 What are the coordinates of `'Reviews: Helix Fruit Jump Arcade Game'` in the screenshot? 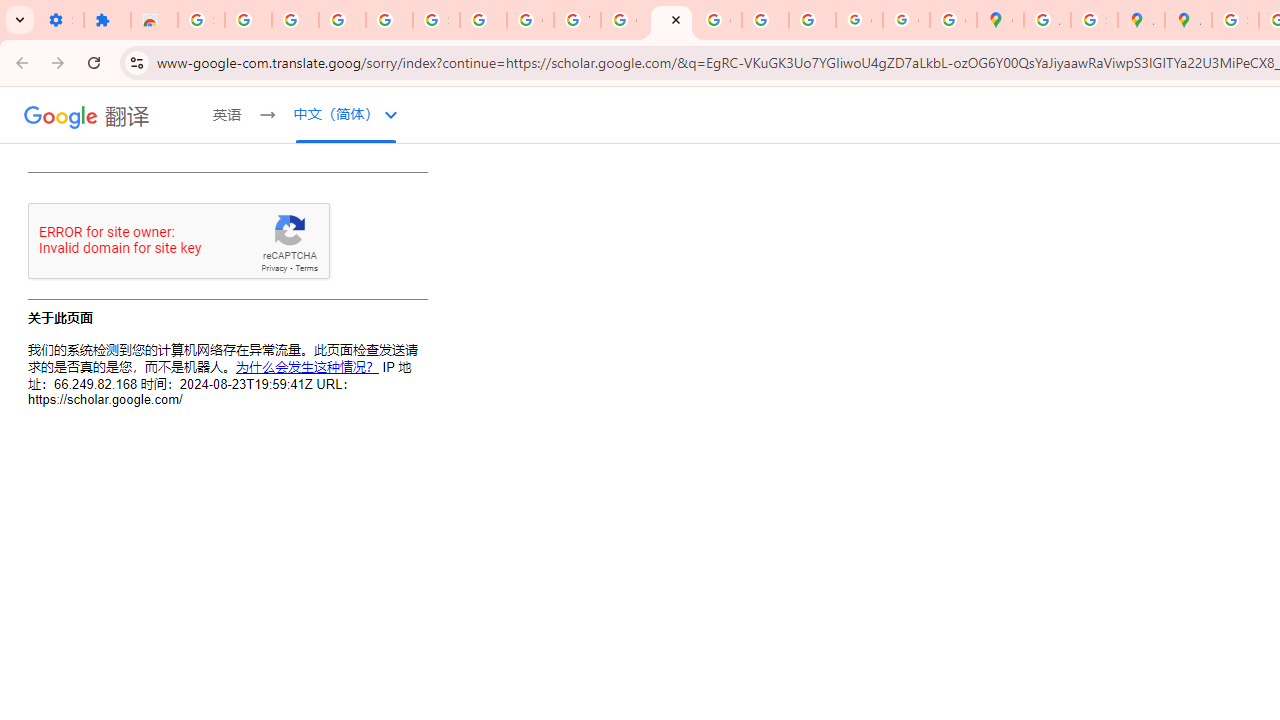 It's located at (153, 20).